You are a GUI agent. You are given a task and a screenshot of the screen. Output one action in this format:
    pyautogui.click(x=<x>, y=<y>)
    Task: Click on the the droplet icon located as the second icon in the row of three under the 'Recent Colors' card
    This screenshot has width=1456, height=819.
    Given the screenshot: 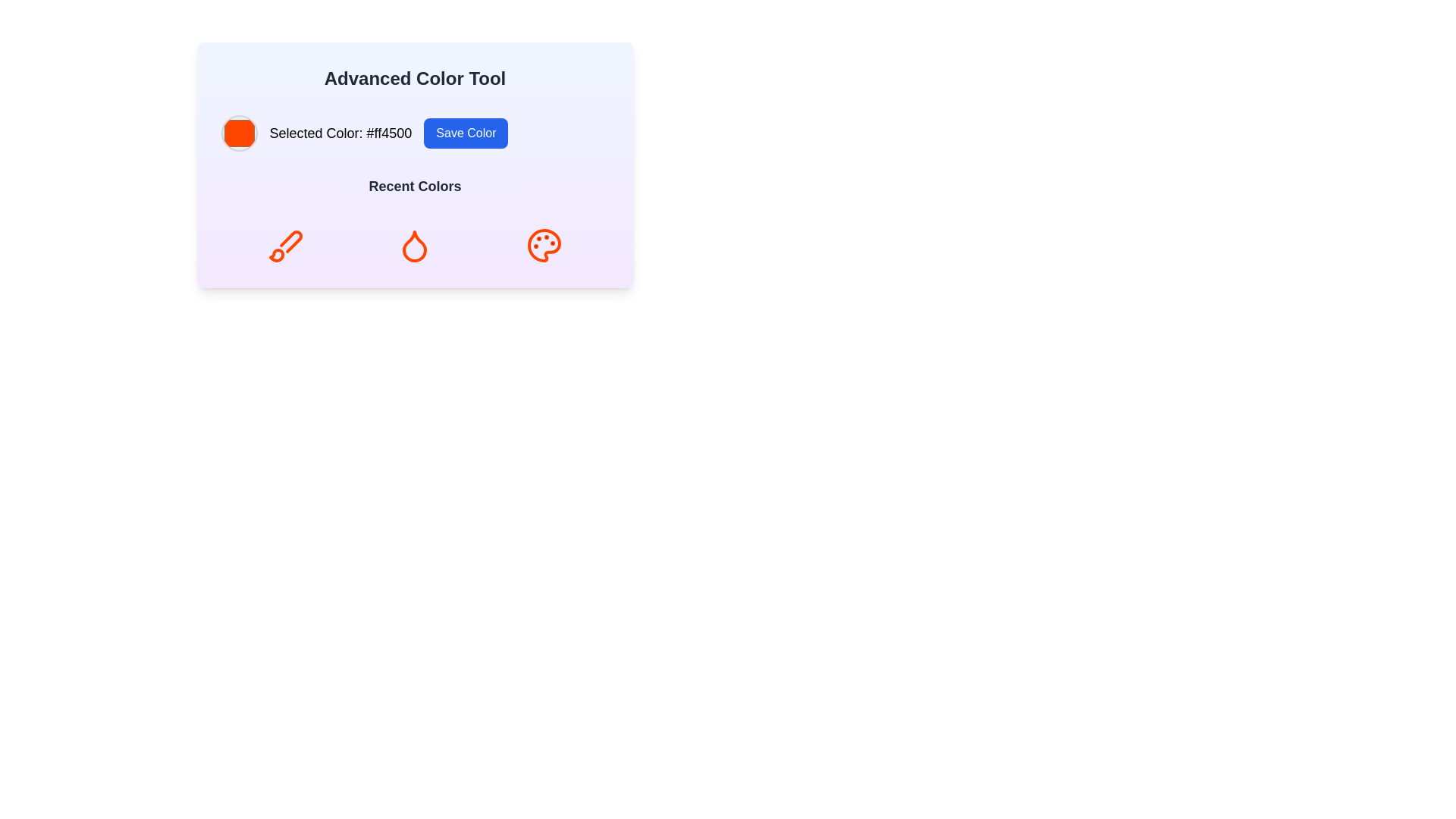 What is the action you would take?
    pyautogui.click(x=415, y=245)
    